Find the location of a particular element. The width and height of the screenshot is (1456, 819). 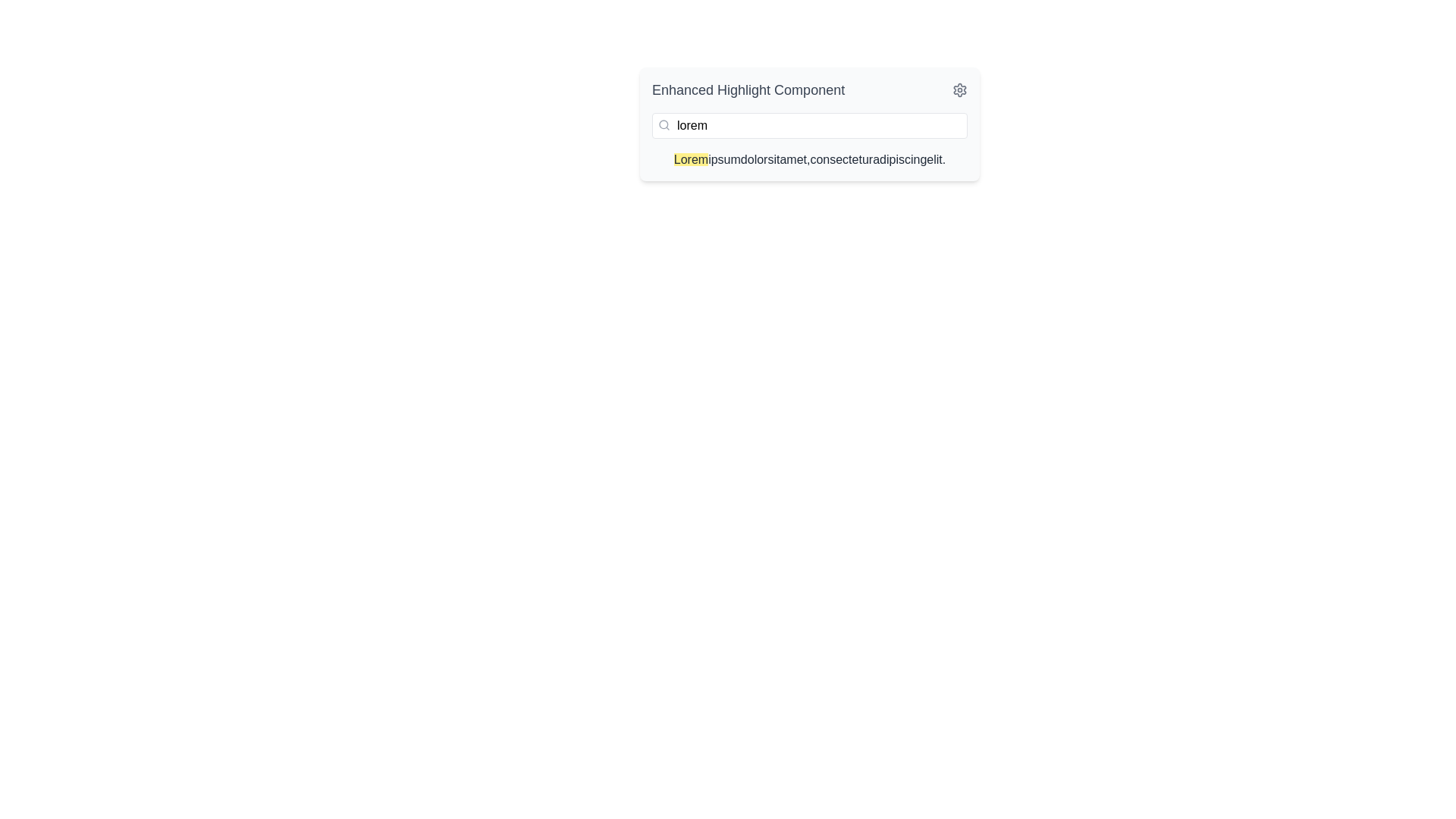

the text fragment displaying the word 'consectetur', which is part of the sentence located beneath the search bar is located at coordinates (840, 159).